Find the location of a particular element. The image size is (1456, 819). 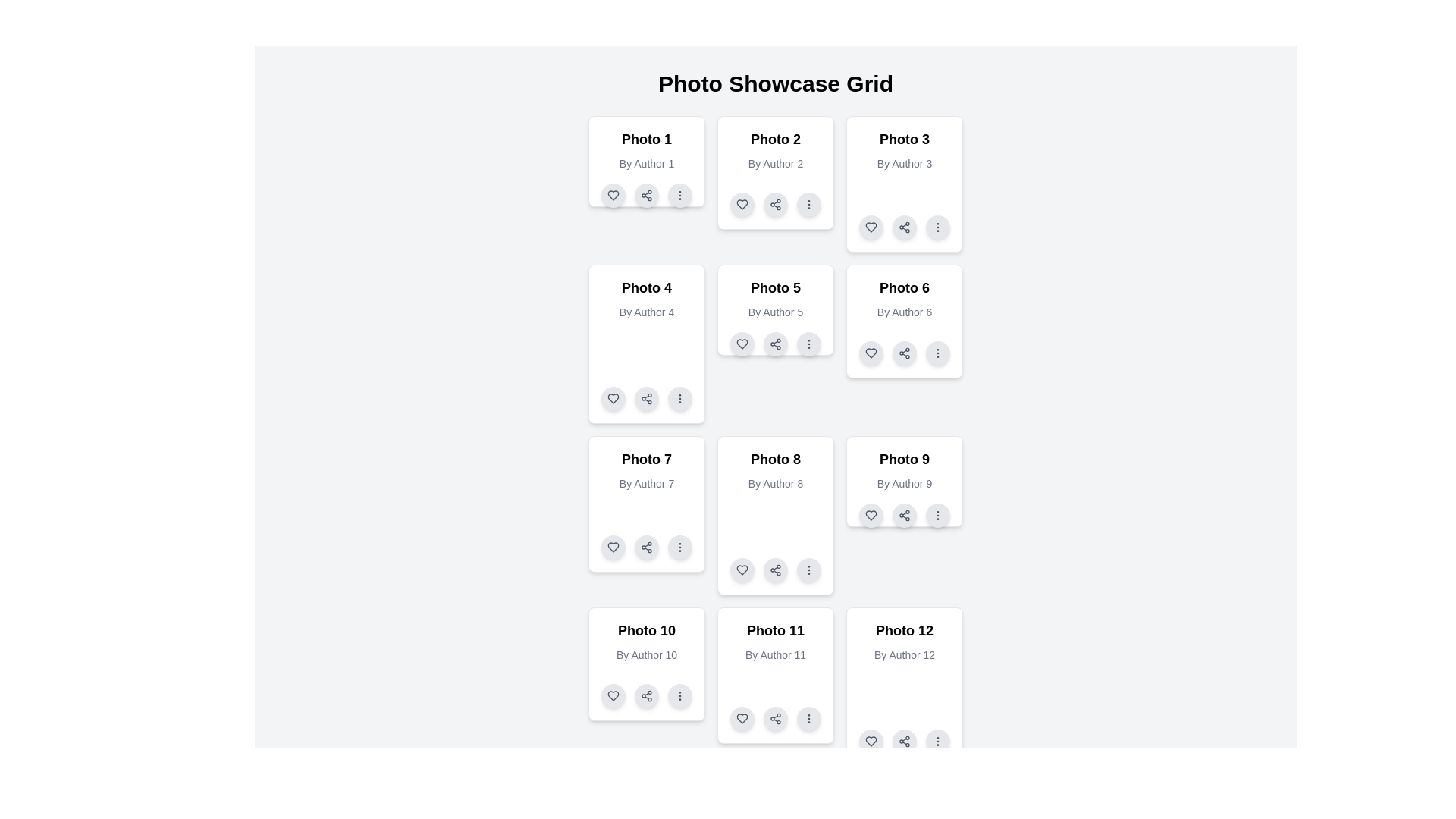

the Menu icon, which is an interactive button resembling three vertically aligned dots located at the bottom right corner of the 'Photo 9' card is located at coordinates (937, 514).